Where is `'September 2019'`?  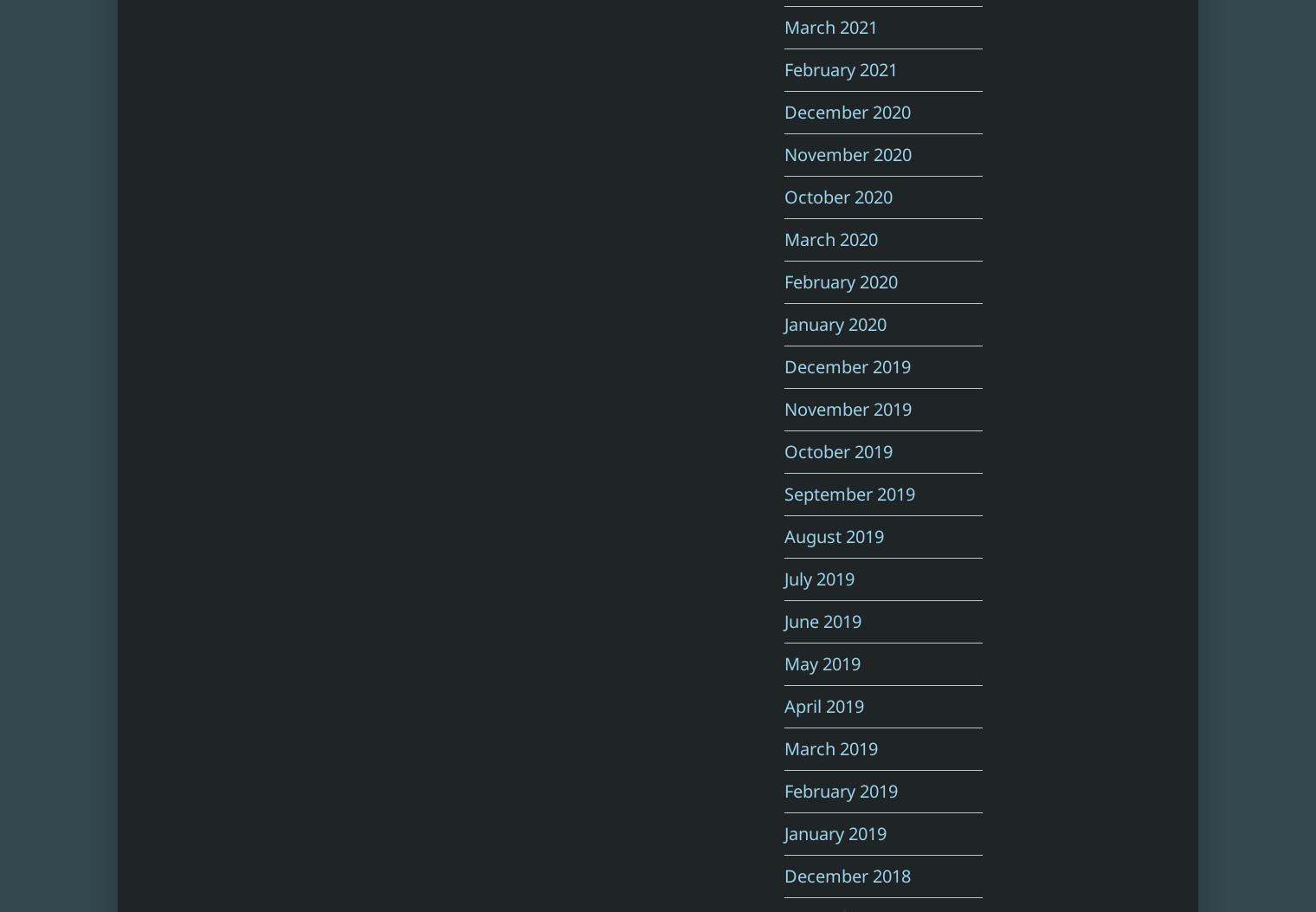
'September 2019' is located at coordinates (848, 493).